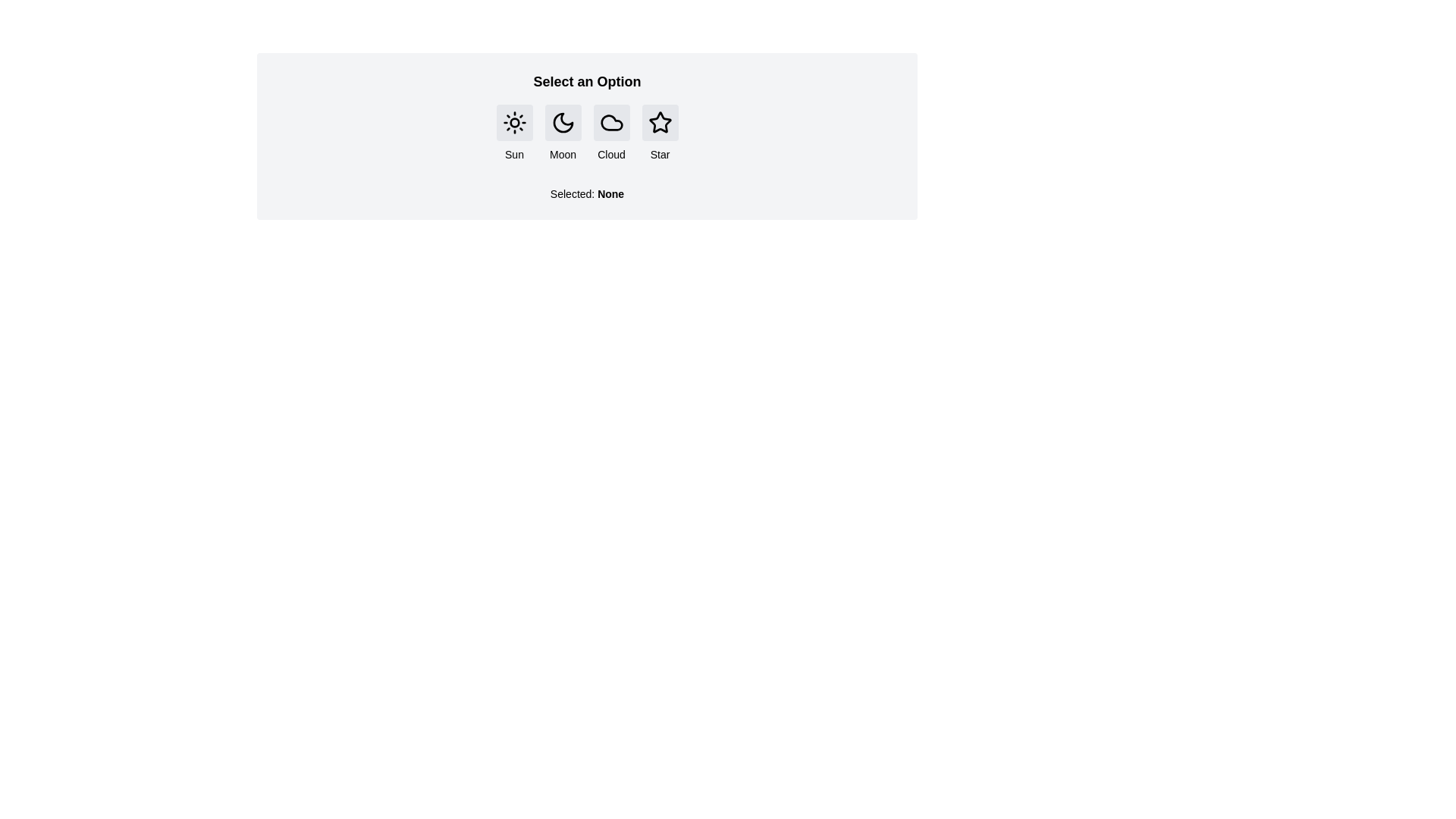 The height and width of the screenshot is (819, 1456). Describe the element at coordinates (562, 133) in the screenshot. I see `the 'Moon' interactive button with an icon and text label` at that location.